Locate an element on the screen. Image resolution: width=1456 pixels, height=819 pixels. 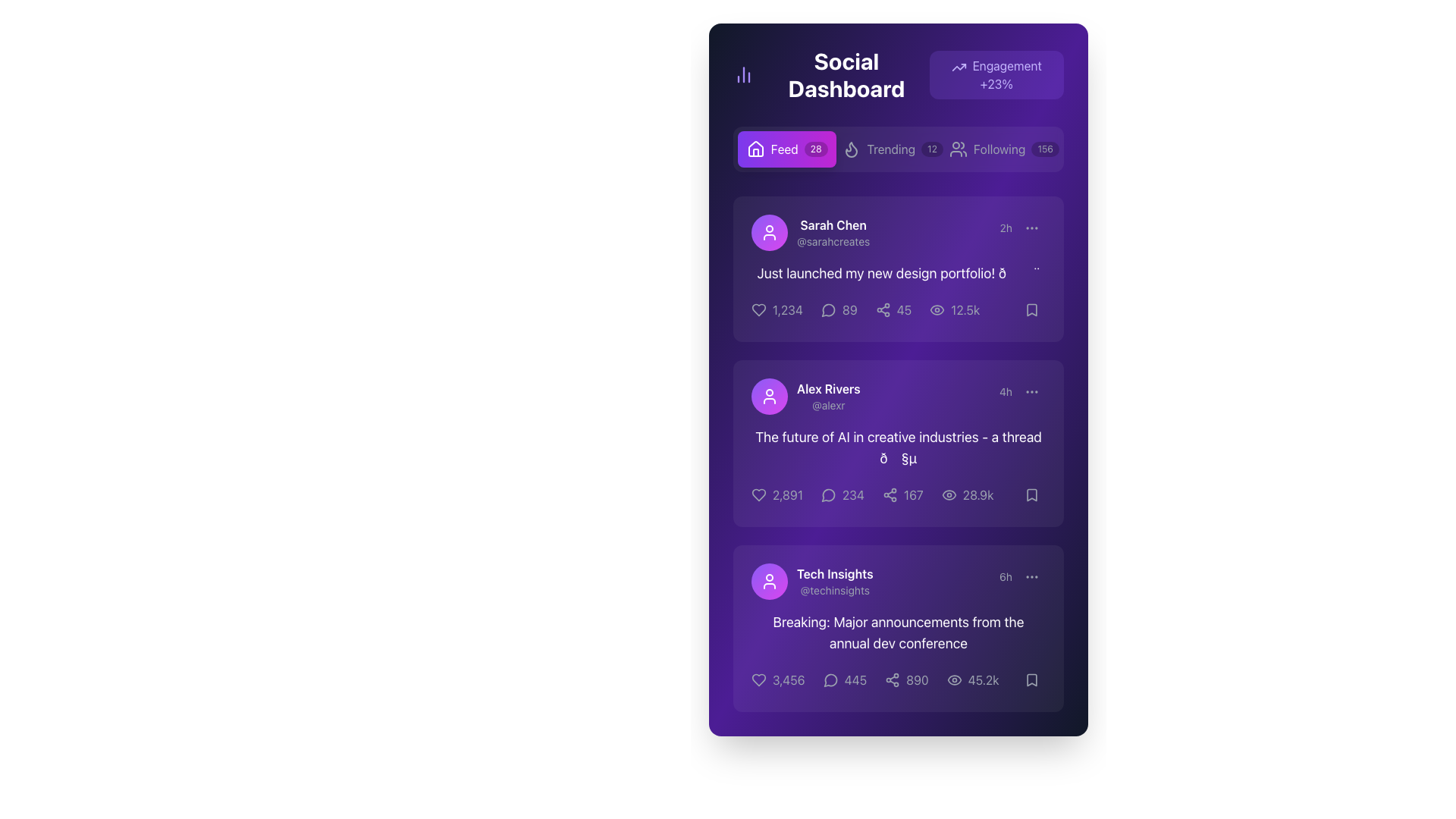
the interactive share button with a counter, which is the fourth item from the left in its row and located at the bottom of the card is located at coordinates (875, 679).